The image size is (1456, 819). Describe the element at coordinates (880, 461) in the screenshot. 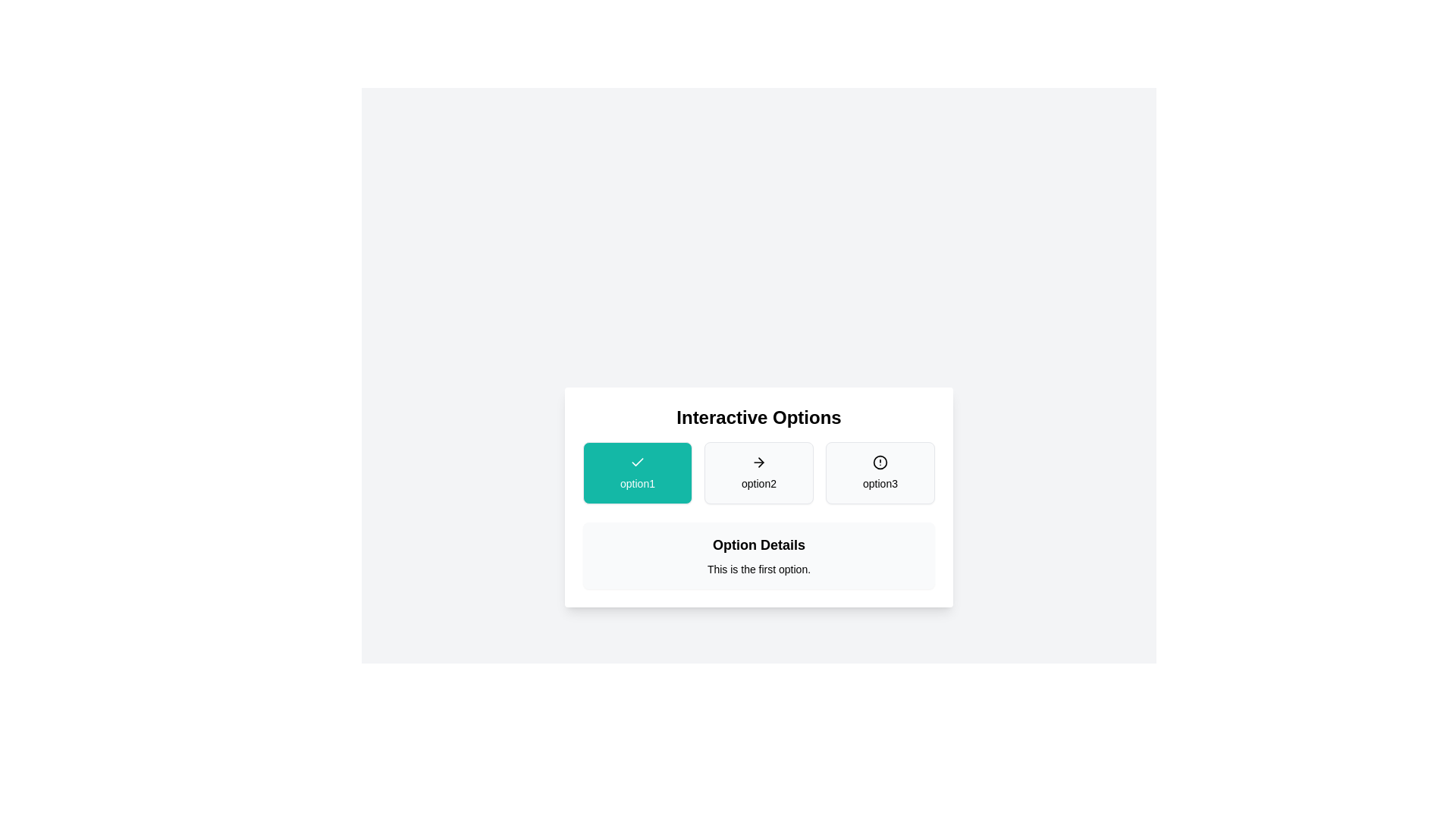

I see `the warning icon located at the center of the rectangular box labeled 'option3'` at that location.